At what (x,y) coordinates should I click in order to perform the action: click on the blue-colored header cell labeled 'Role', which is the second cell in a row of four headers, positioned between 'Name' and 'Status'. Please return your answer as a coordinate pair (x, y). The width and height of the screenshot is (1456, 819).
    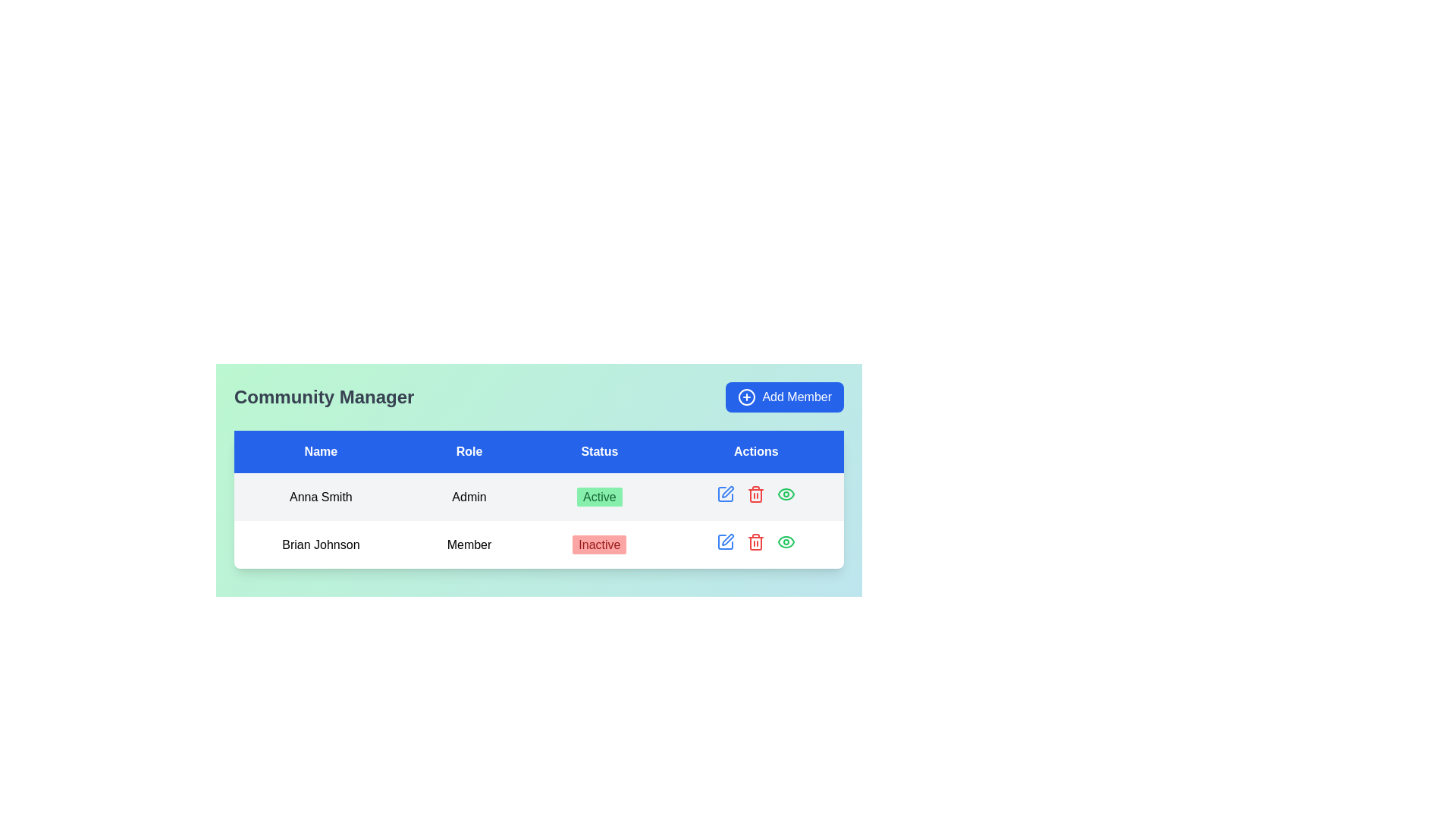
    Looking at the image, I should click on (469, 451).